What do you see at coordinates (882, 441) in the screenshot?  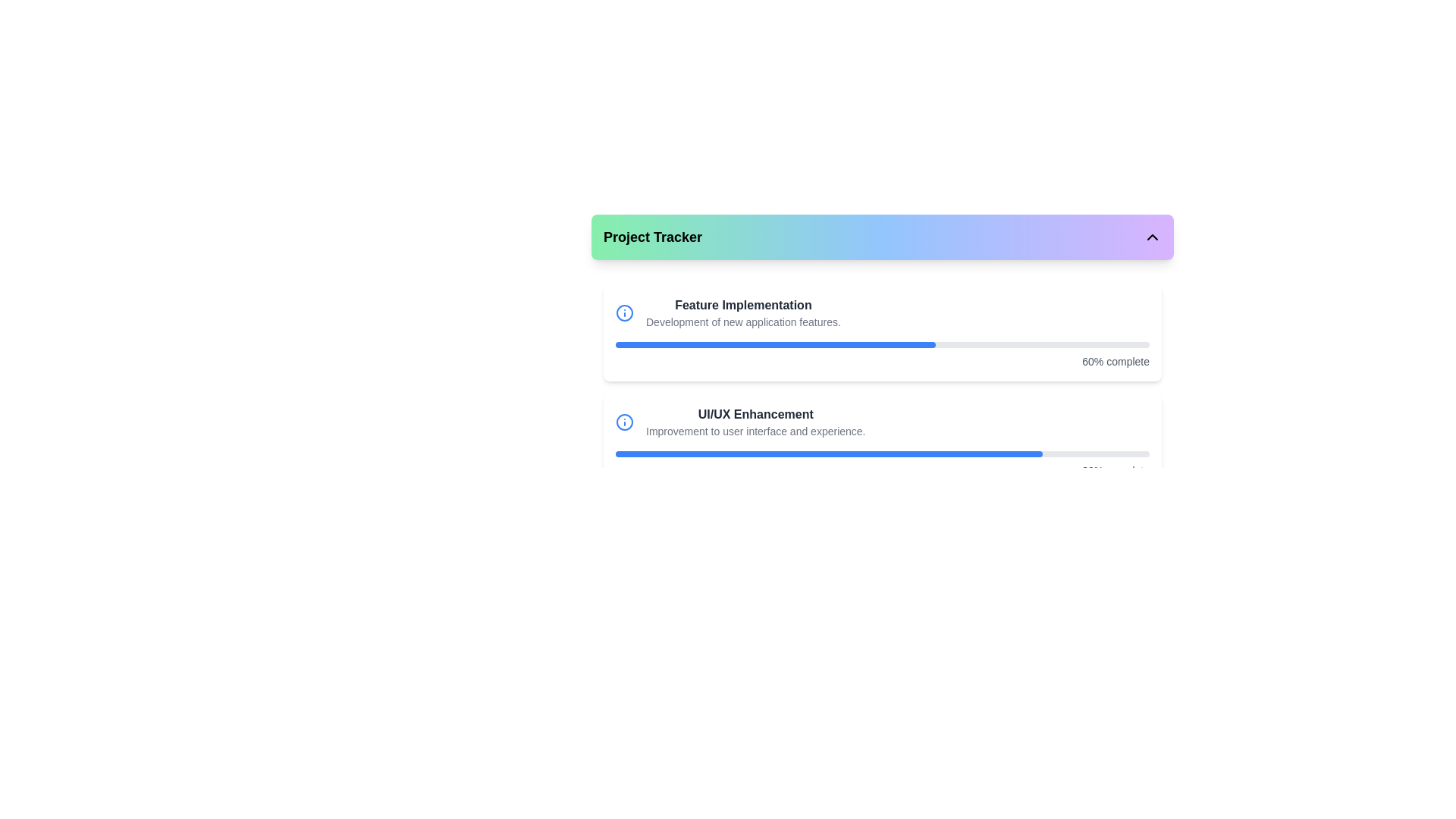 I see `task description and progress information from the Progress Tracker Component labeled 'UI/UX Enhancement', which shows an 80% filled progress bar` at bounding box center [882, 441].